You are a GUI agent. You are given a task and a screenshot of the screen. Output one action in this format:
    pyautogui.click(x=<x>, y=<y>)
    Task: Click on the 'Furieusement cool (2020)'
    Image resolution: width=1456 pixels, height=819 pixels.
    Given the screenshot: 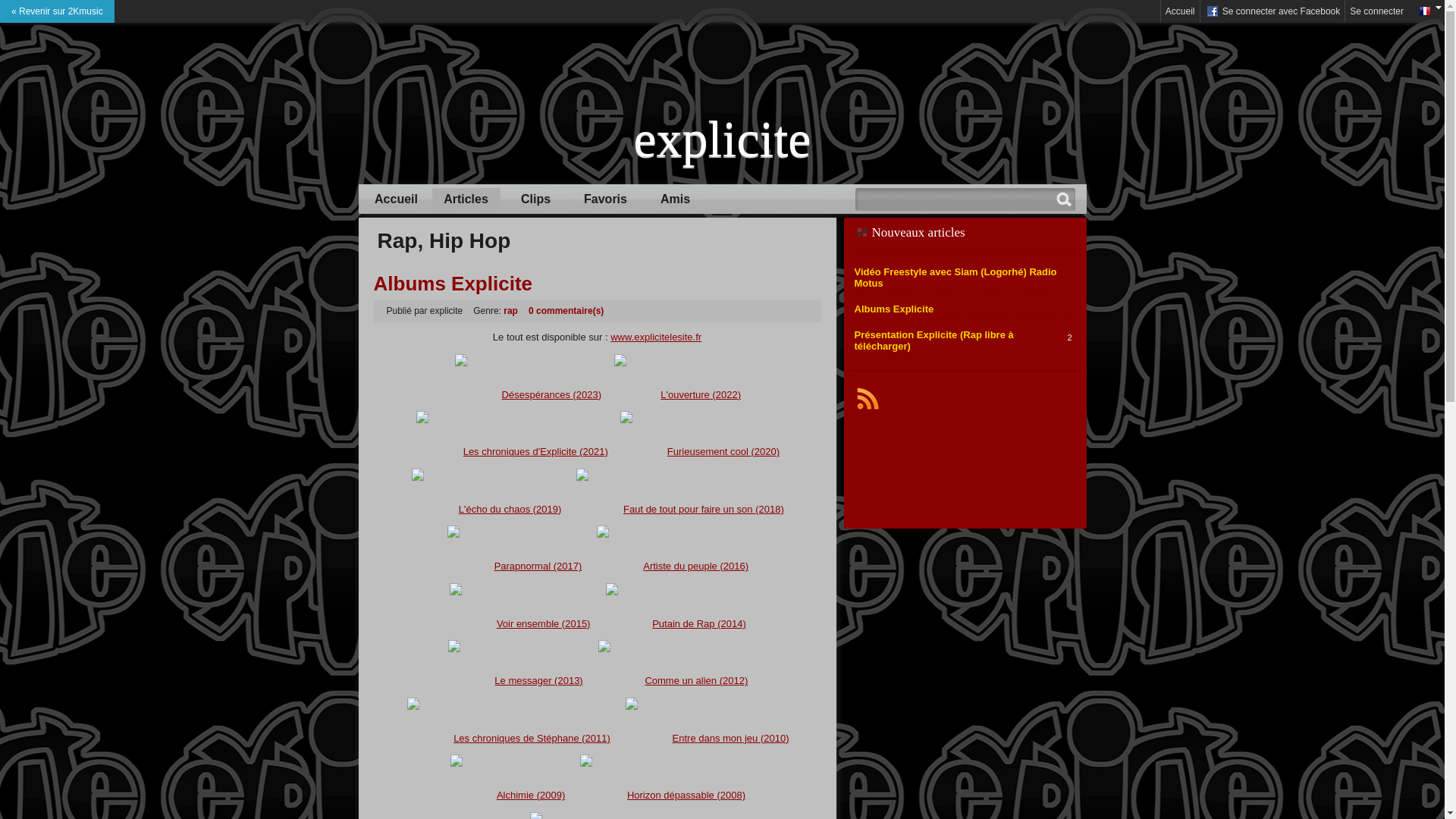 What is the action you would take?
    pyautogui.click(x=723, y=450)
    